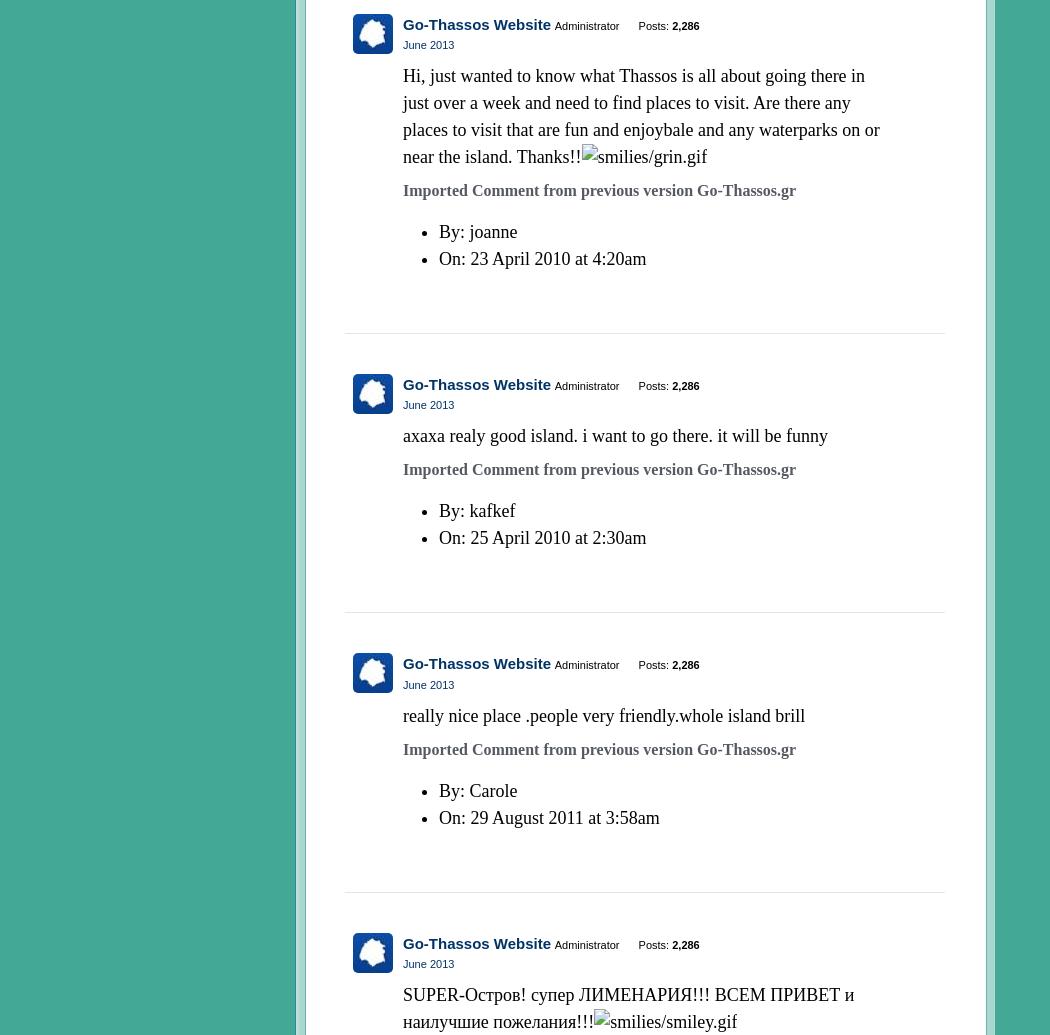 The width and height of the screenshot is (1050, 1035). What do you see at coordinates (553, 258) in the screenshot?
I see `': 23 April 2010 at 4:20am'` at bounding box center [553, 258].